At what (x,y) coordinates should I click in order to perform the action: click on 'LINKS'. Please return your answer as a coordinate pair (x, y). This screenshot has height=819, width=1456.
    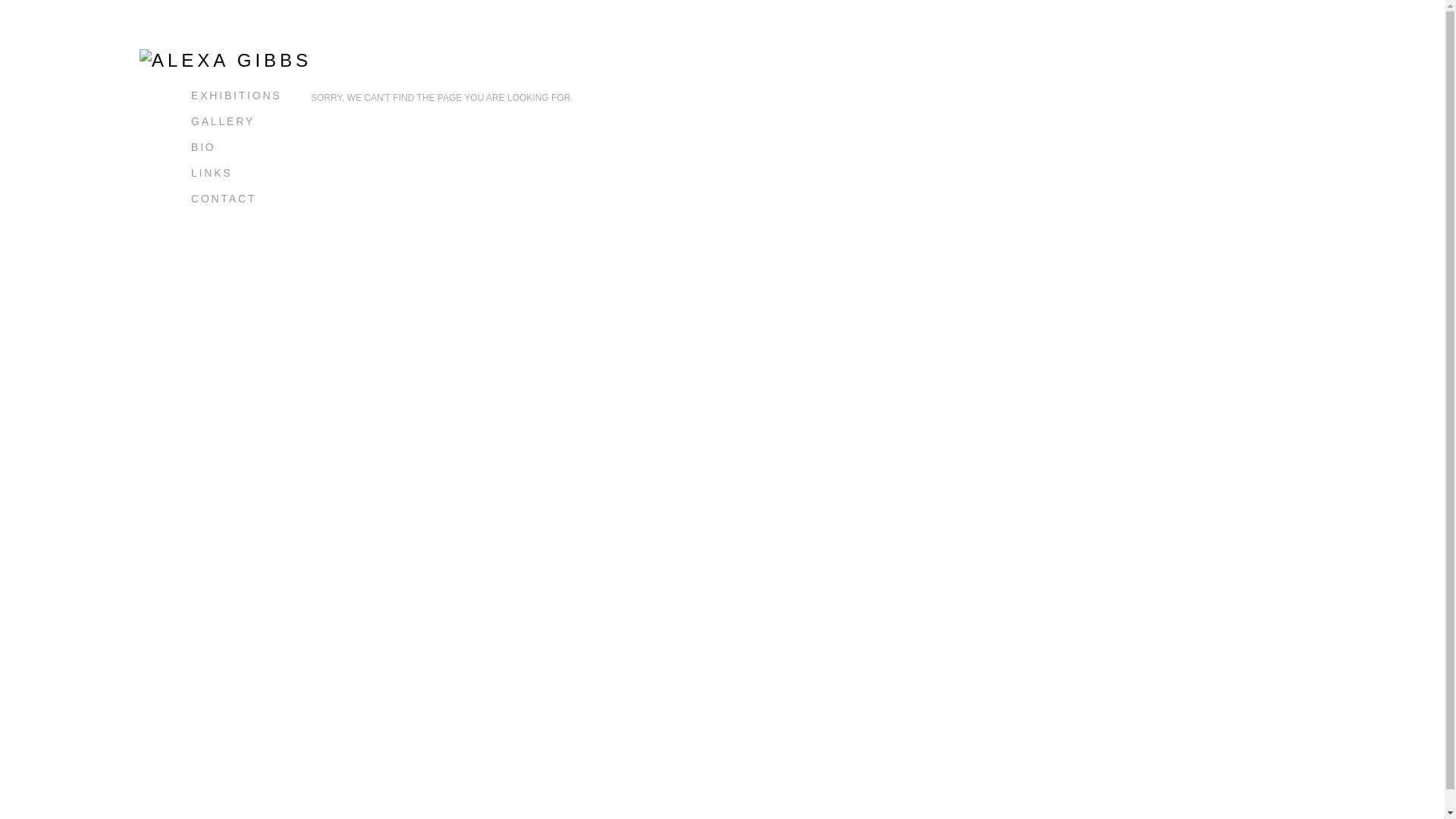
    Looking at the image, I should click on (210, 171).